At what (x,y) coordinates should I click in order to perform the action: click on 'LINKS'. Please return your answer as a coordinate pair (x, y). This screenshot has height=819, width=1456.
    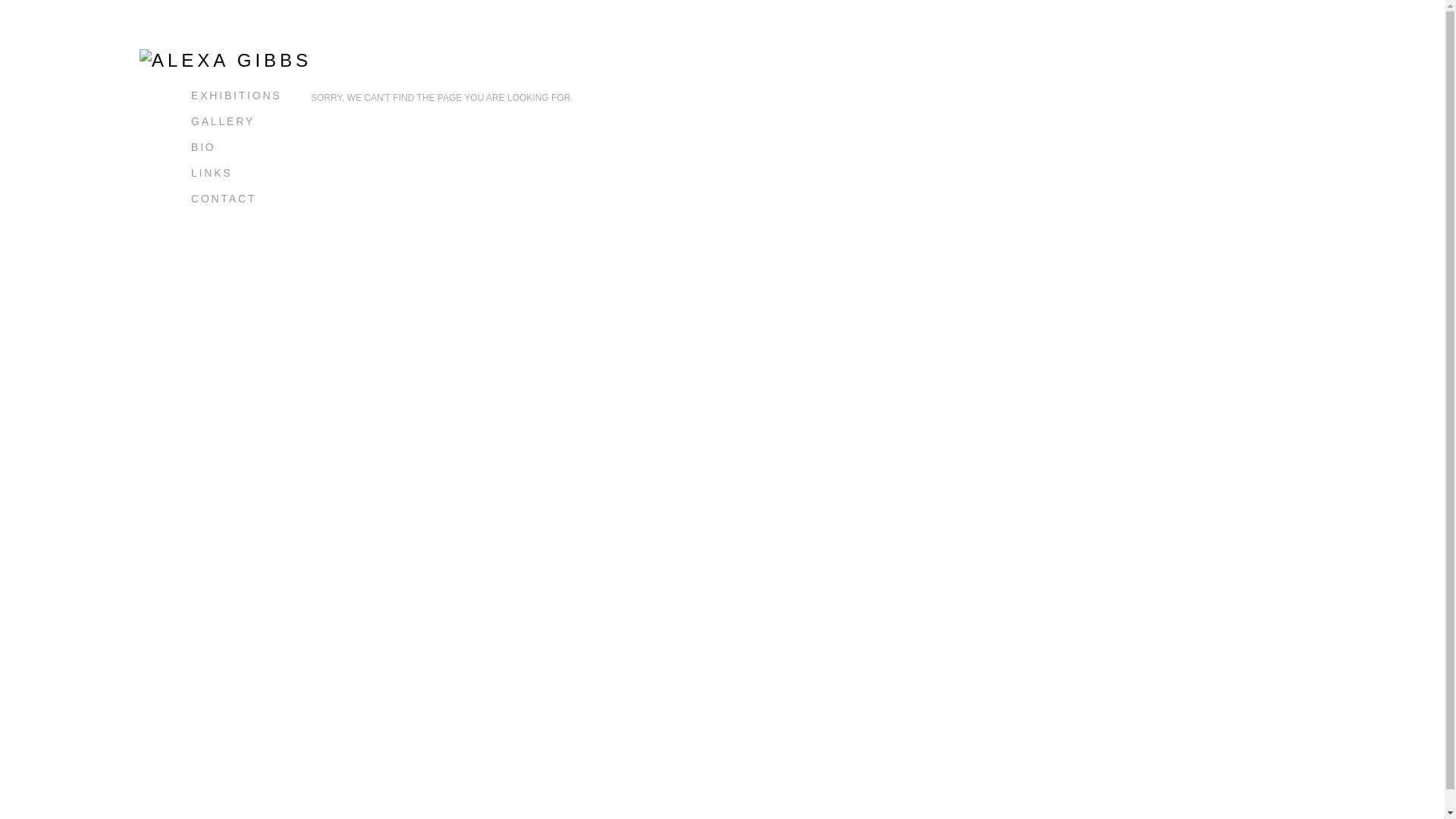
    Looking at the image, I should click on (210, 171).